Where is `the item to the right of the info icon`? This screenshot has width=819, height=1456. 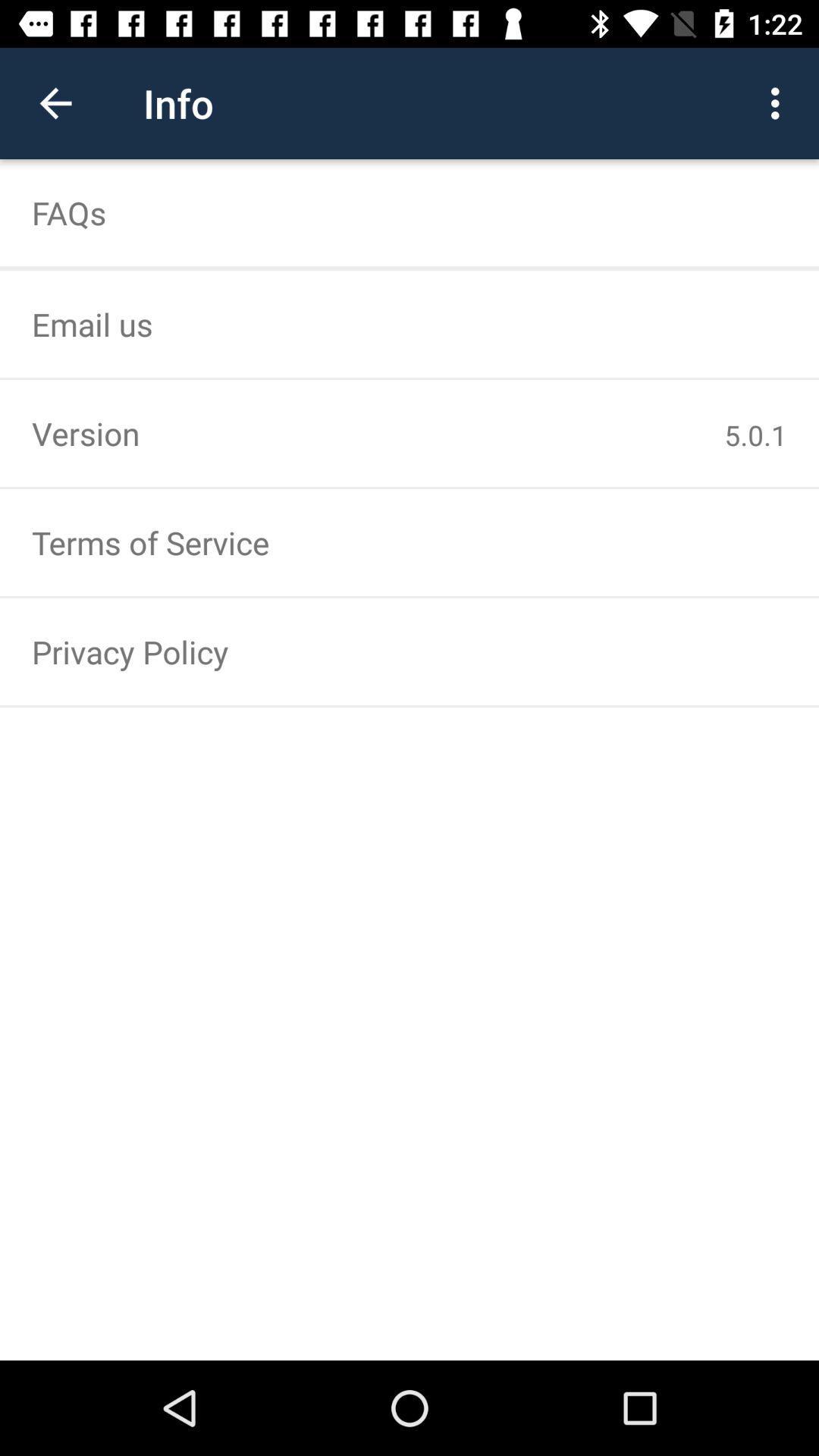 the item to the right of the info icon is located at coordinates (779, 102).